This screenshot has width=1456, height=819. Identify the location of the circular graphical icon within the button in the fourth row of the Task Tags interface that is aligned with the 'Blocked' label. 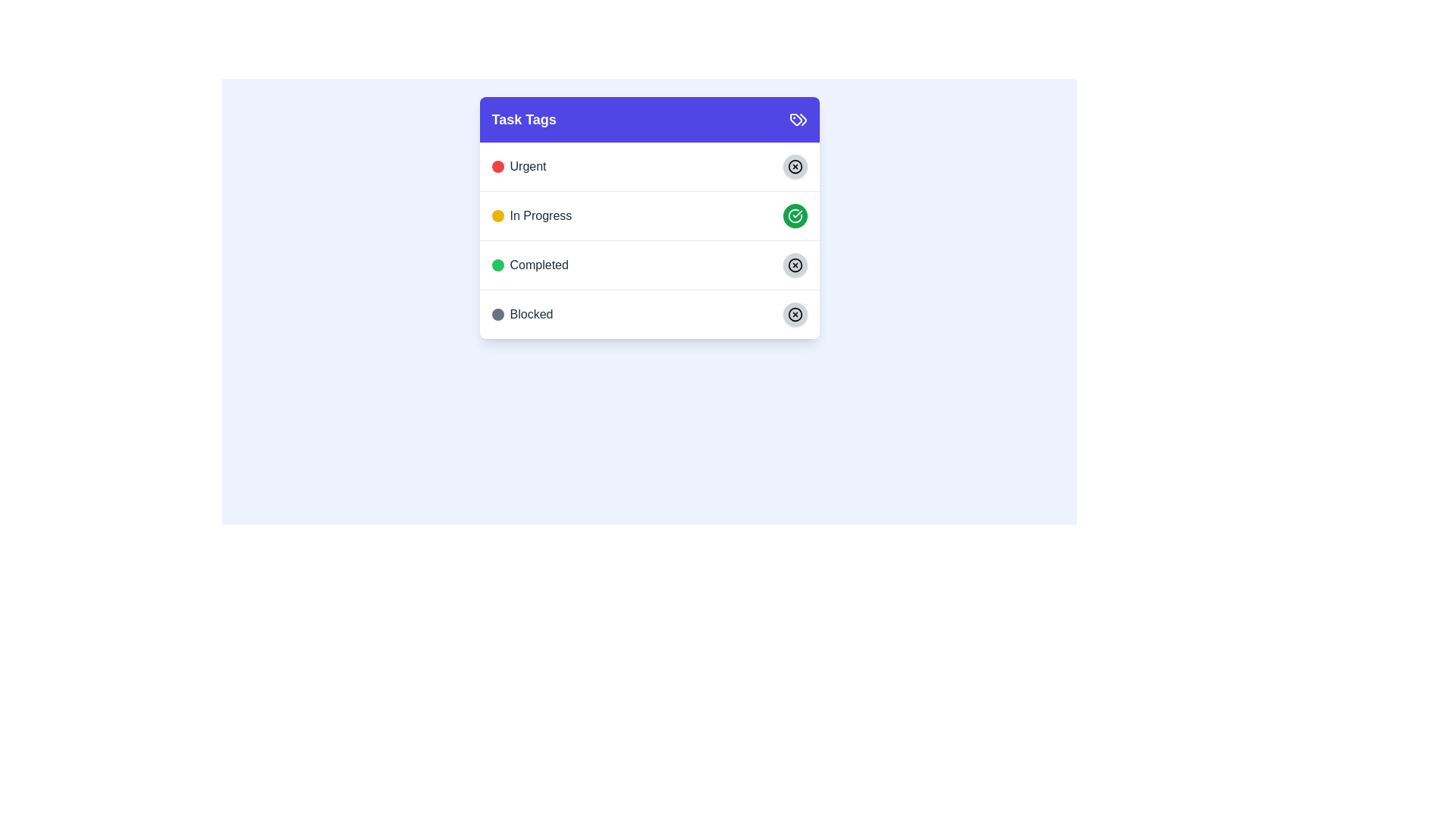
(794, 314).